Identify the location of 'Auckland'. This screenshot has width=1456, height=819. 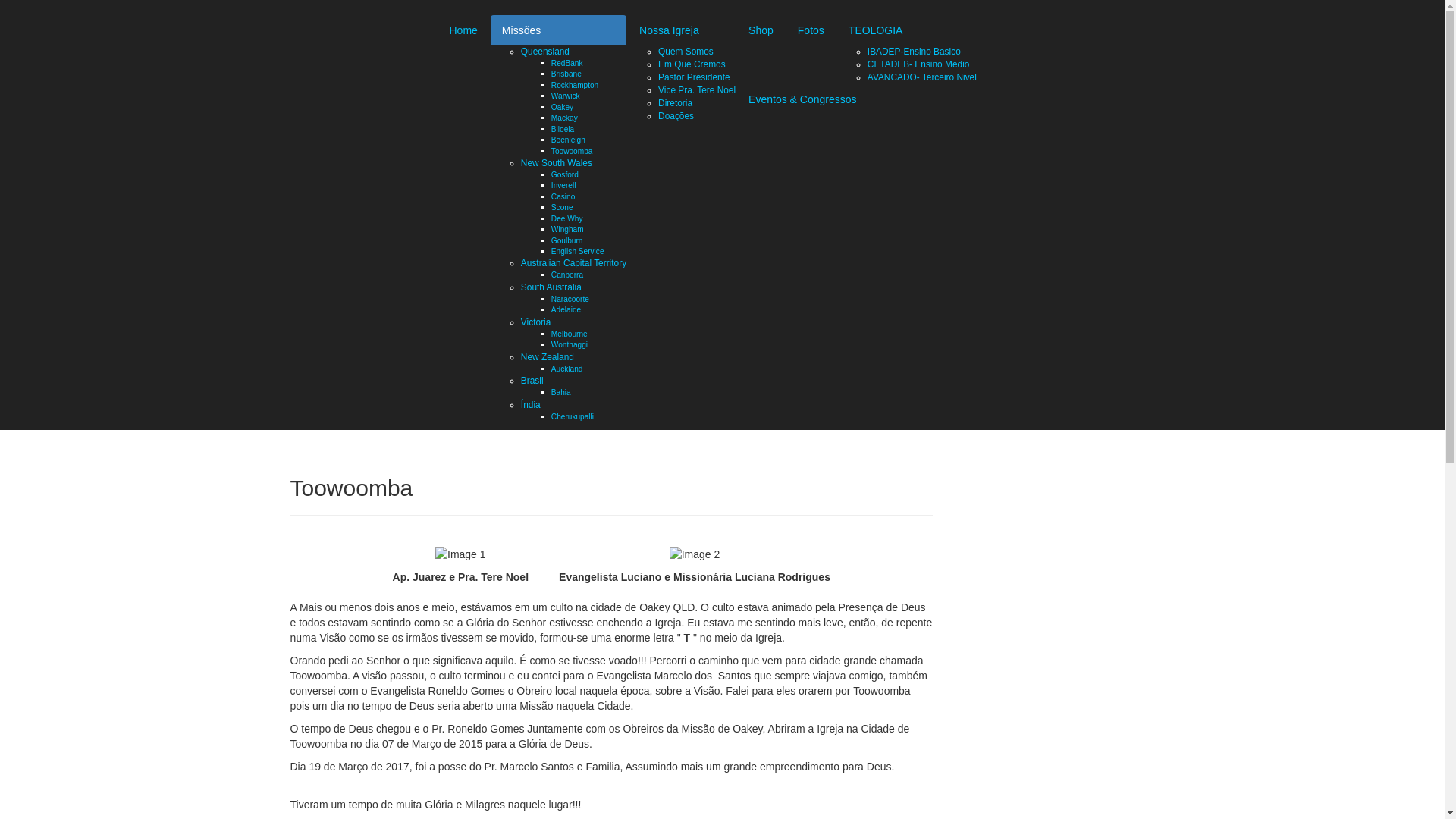
(566, 369).